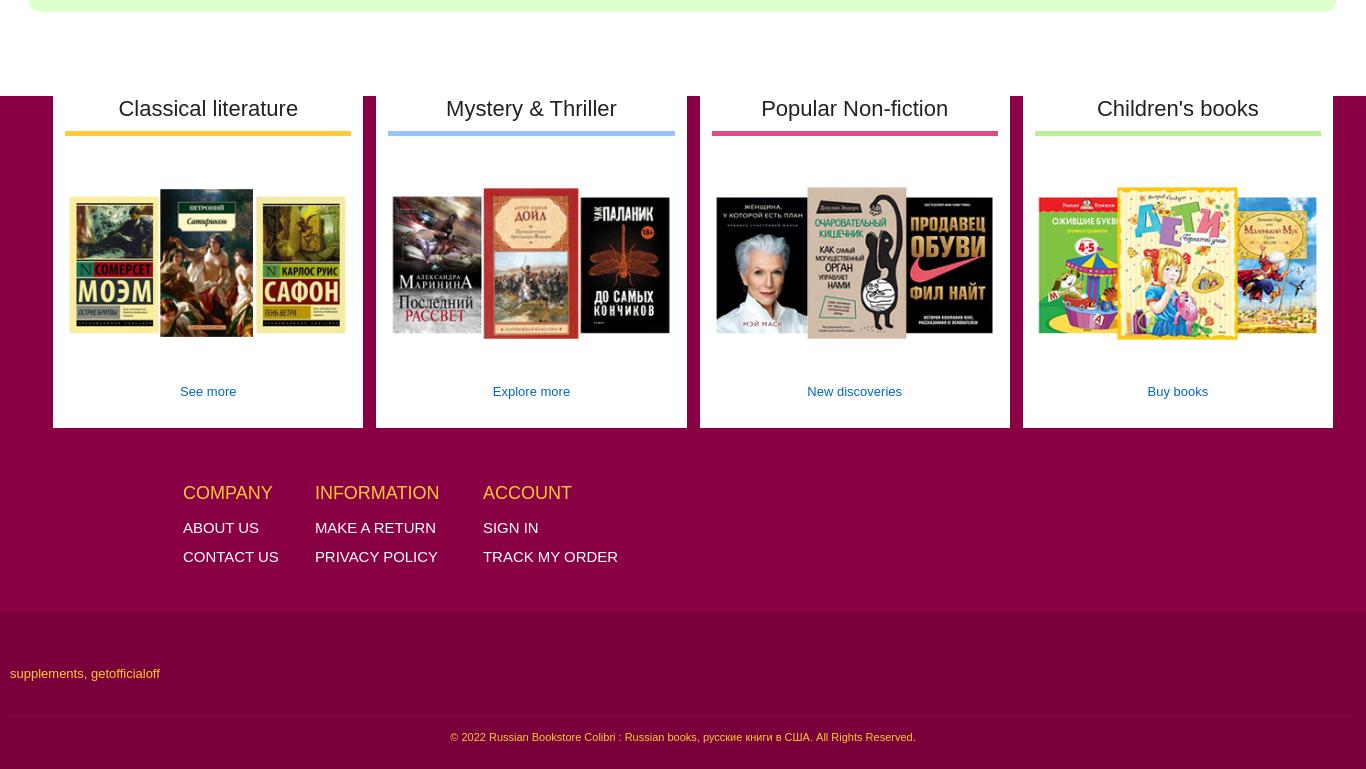  I want to click on 'Make a Return', so click(373, 526).